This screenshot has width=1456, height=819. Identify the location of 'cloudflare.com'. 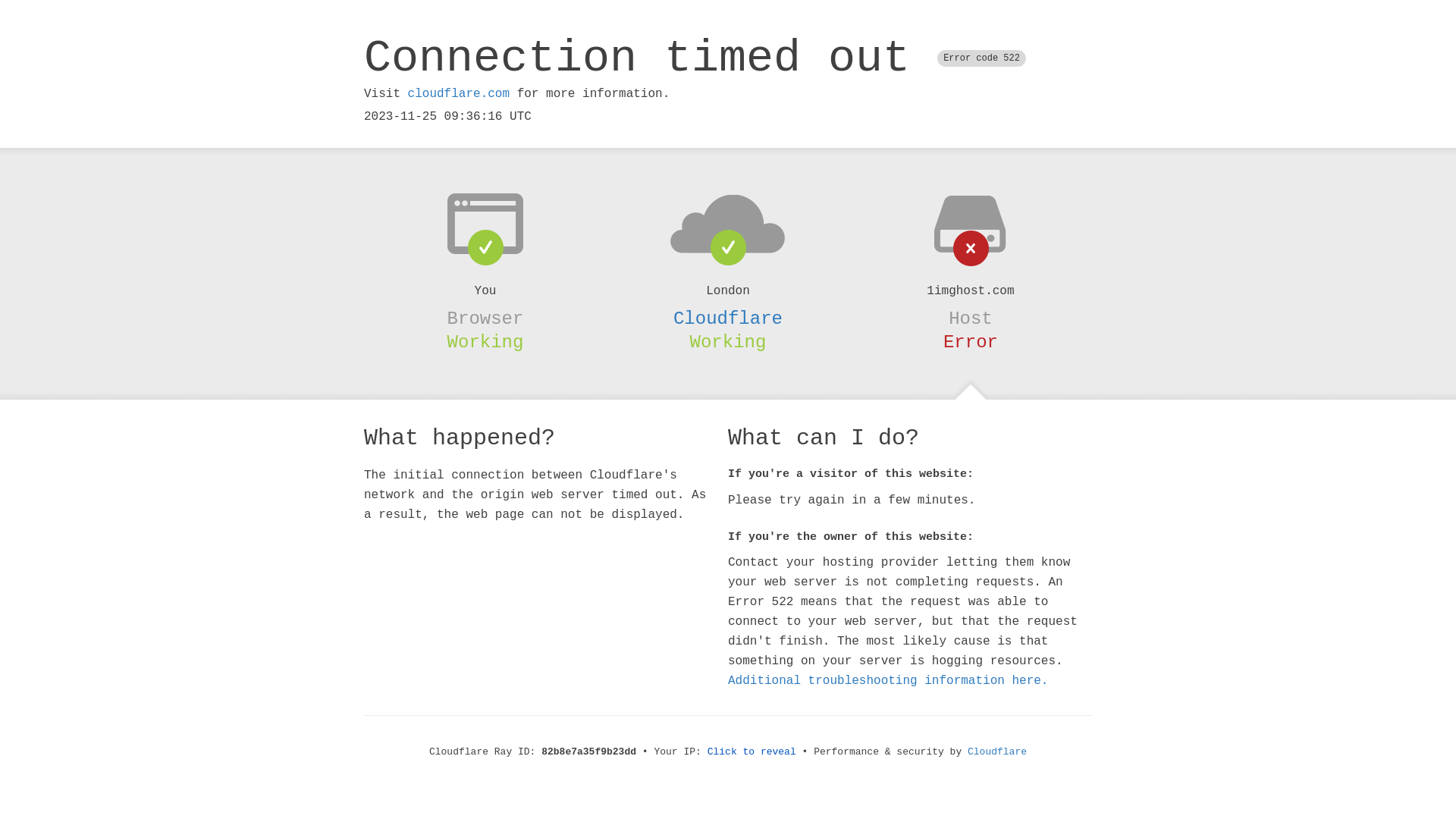
(407, 93).